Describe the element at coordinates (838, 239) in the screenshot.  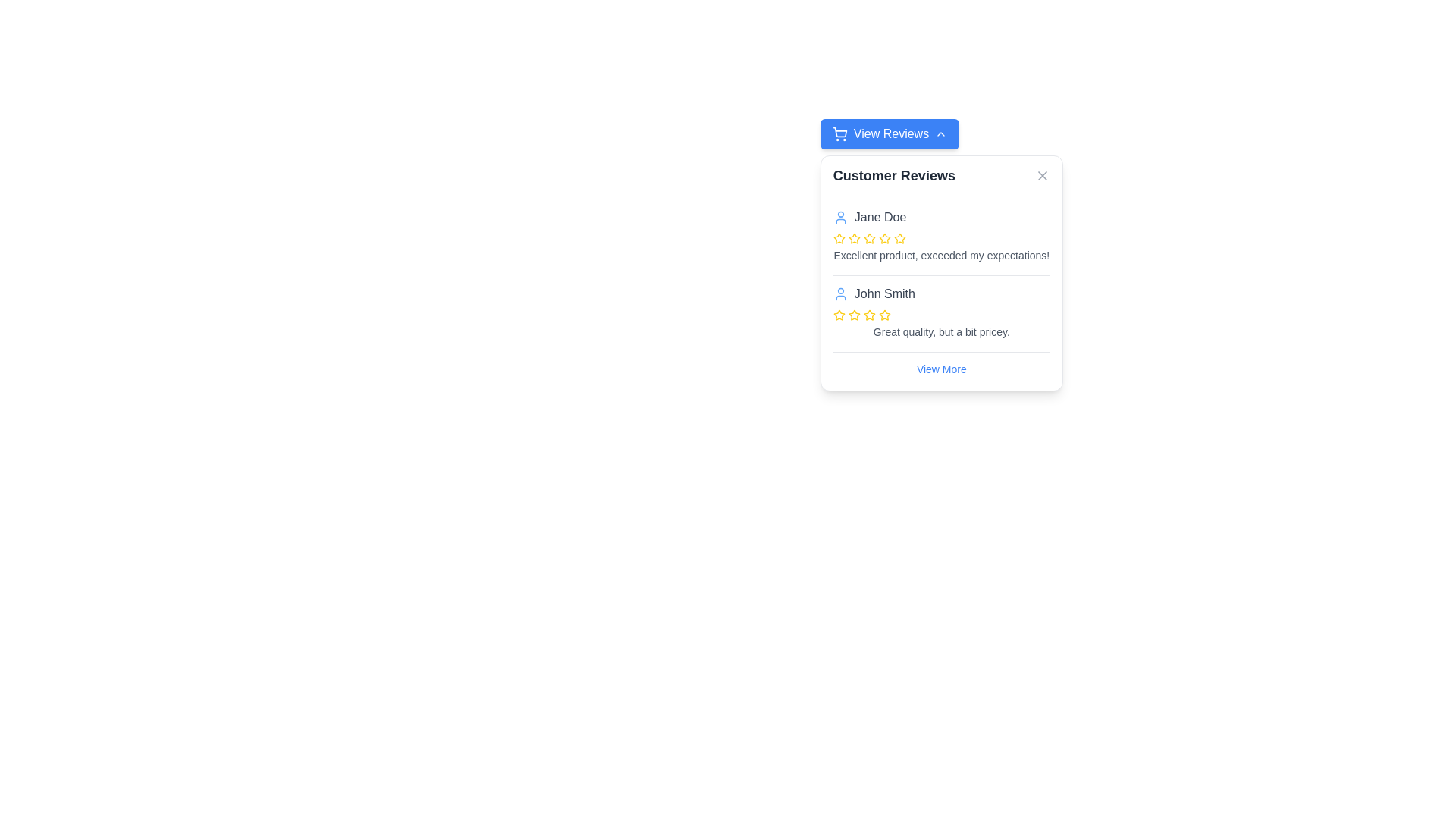
I see `the first yellow star icon representing the star rating component for the review by 'Jane Doe', located in the 'Customer Reviews' section` at that location.